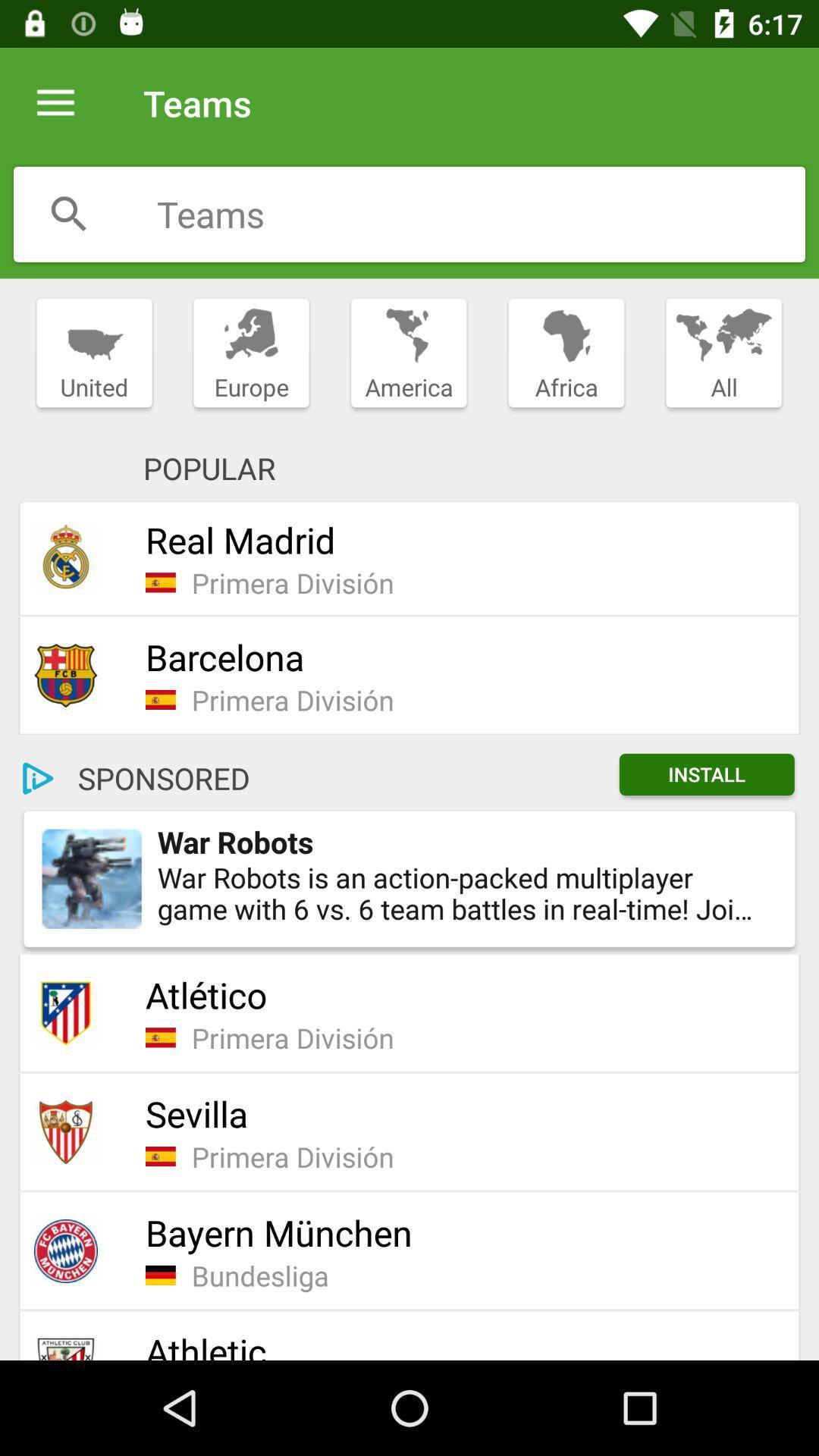  What do you see at coordinates (250, 353) in the screenshot?
I see `the item next to the united states item` at bounding box center [250, 353].